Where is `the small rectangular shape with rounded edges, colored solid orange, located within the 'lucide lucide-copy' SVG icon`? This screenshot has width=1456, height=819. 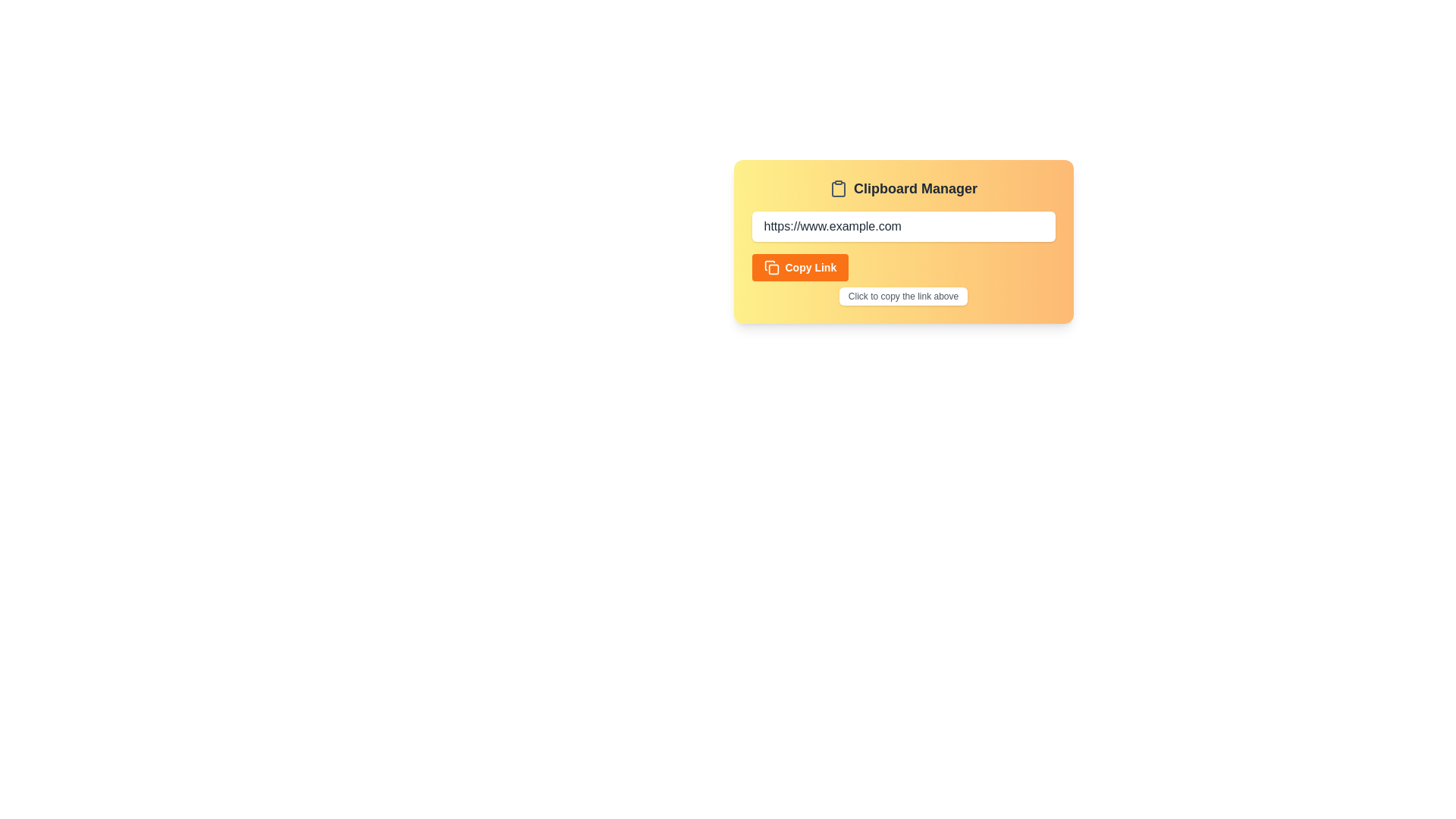
the small rectangular shape with rounded edges, colored solid orange, located within the 'lucide lucide-copy' SVG icon is located at coordinates (773, 268).